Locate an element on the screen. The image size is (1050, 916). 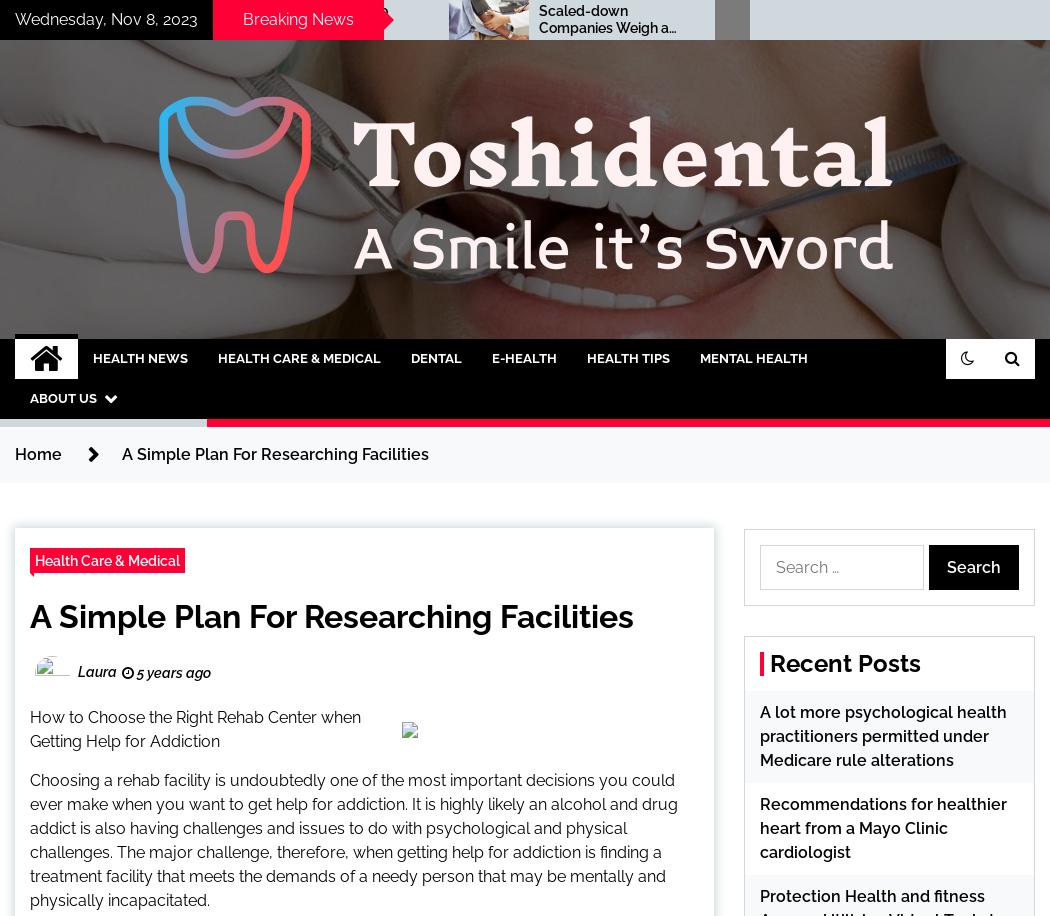
'Wednesday, Nov 8, 2023' is located at coordinates (106, 19).